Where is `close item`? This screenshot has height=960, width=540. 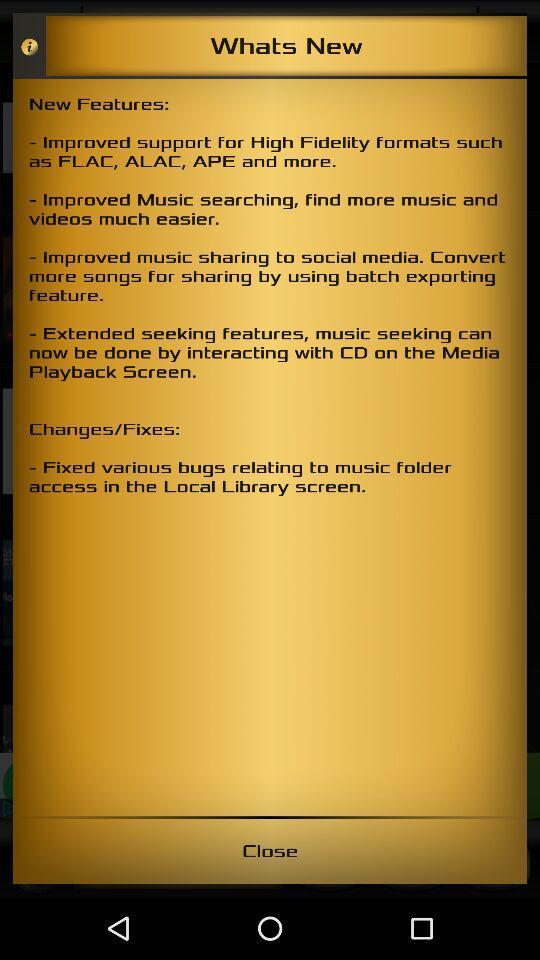
close item is located at coordinates (270, 850).